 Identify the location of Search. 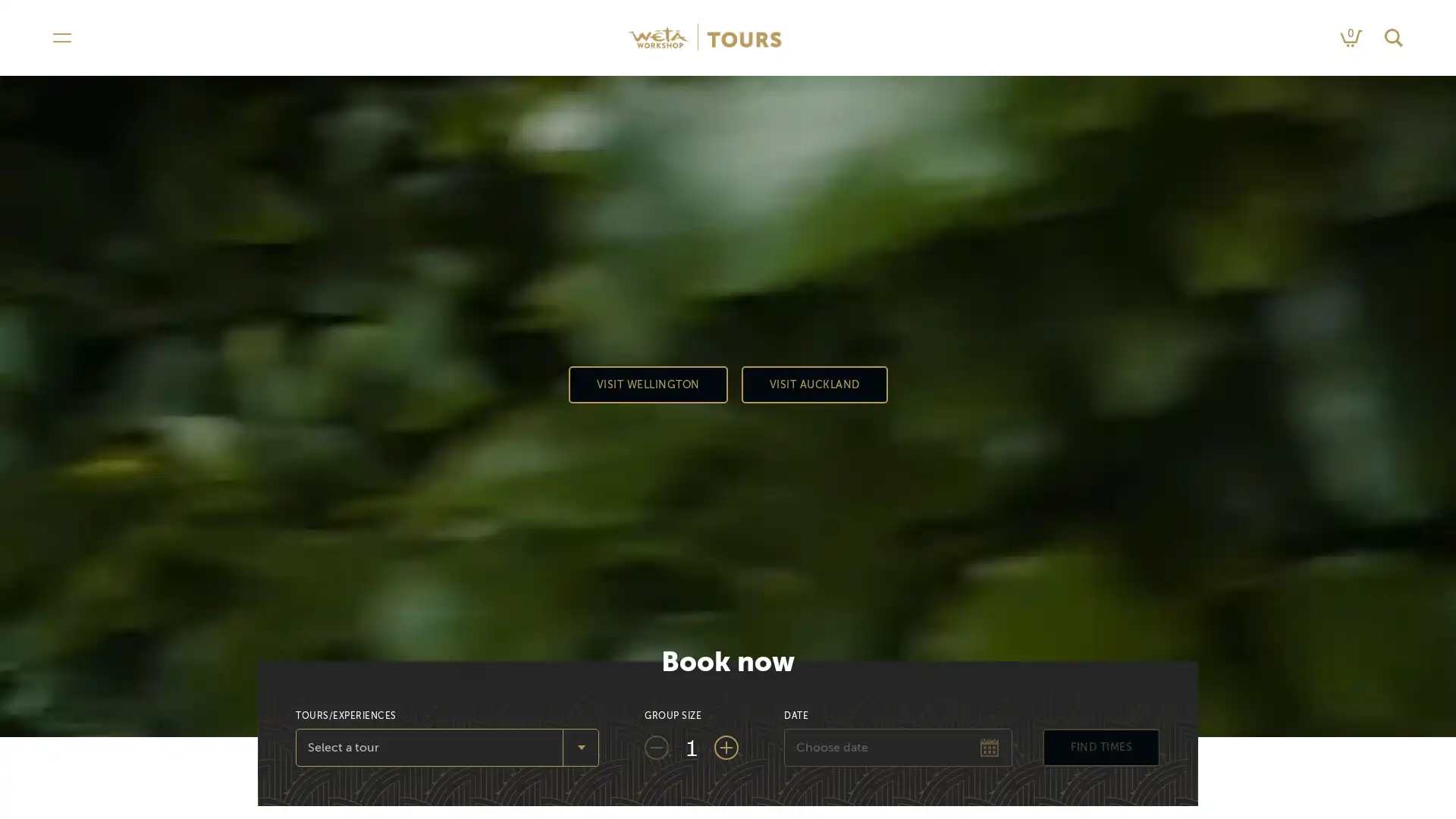
(1394, 37).